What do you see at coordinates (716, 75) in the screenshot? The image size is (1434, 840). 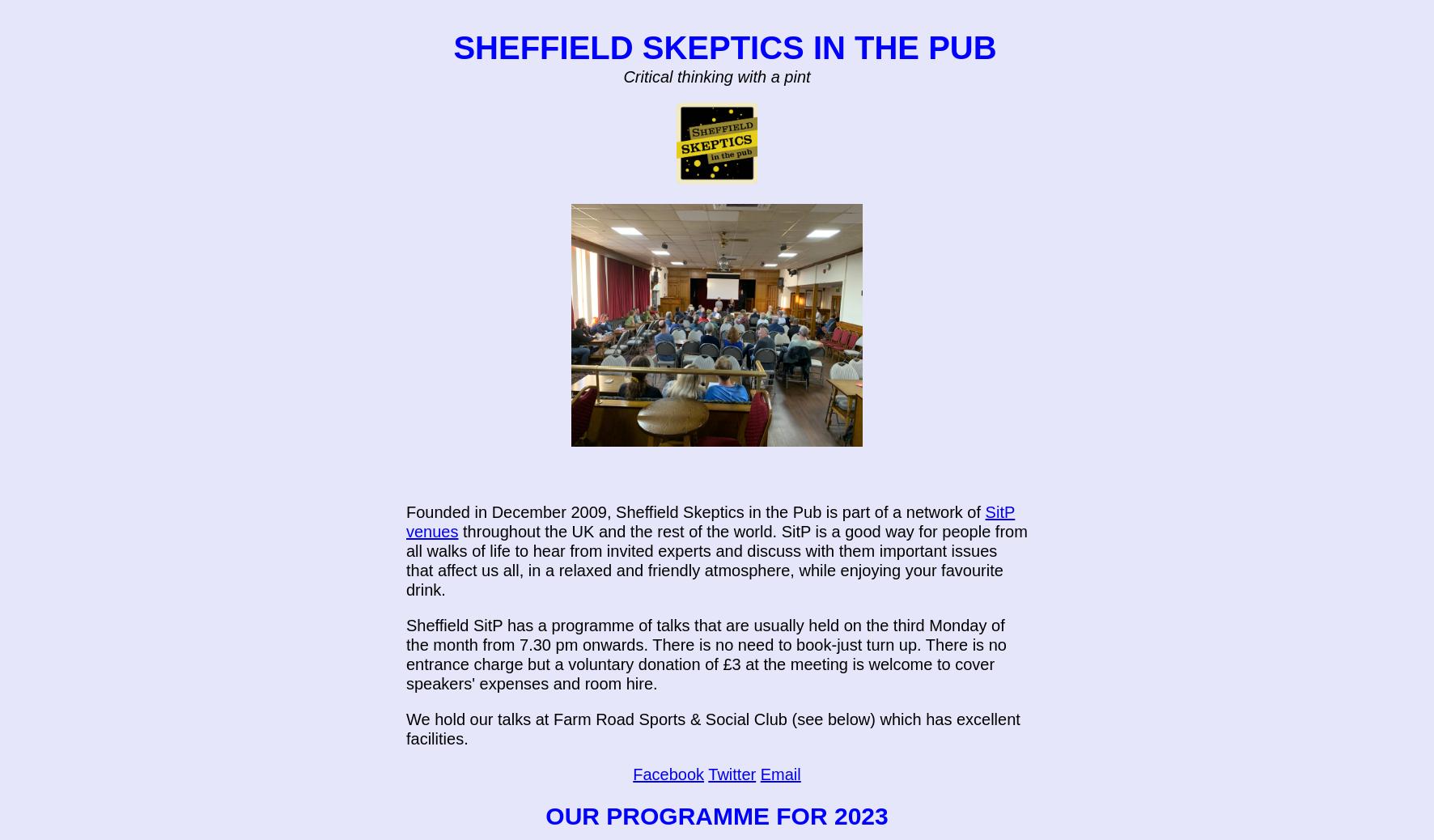 I see `'Critical thinking with a pint'` at bounding box center [716, 75].